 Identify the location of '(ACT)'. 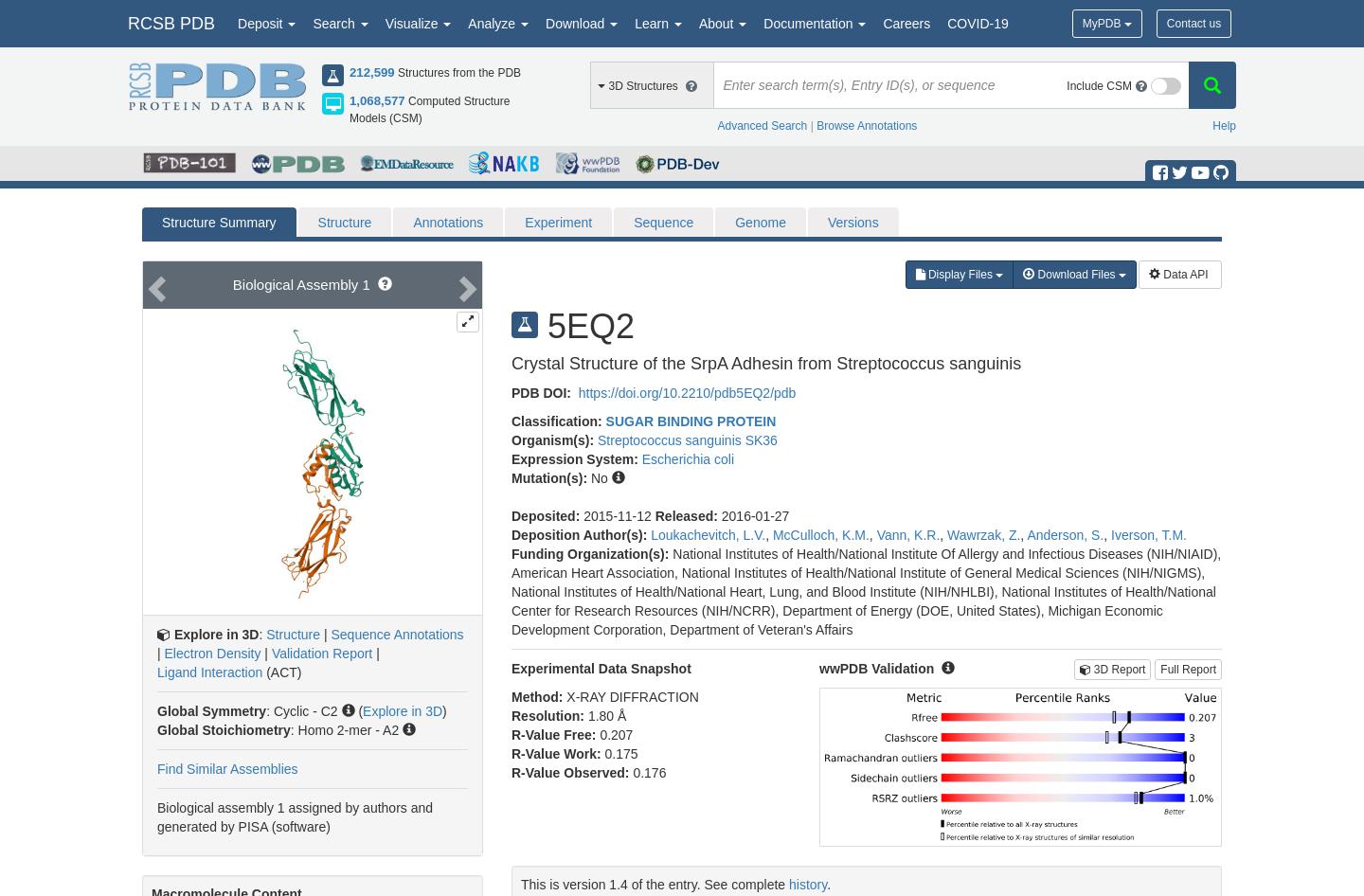
(280, 672).